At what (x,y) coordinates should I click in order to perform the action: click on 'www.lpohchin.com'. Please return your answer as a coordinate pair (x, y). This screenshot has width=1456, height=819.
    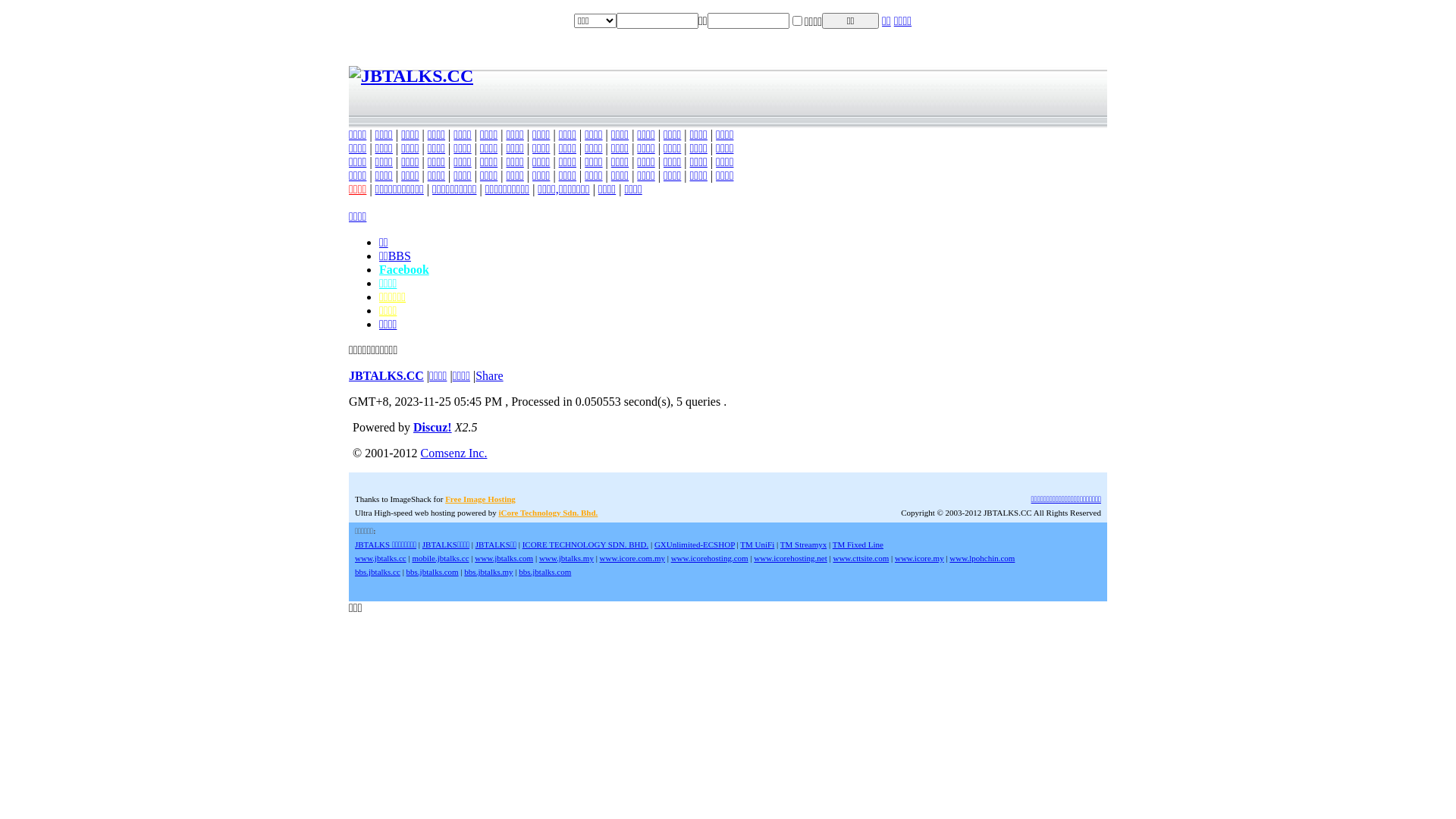
    Looking at the image, I should click on (982, 558).